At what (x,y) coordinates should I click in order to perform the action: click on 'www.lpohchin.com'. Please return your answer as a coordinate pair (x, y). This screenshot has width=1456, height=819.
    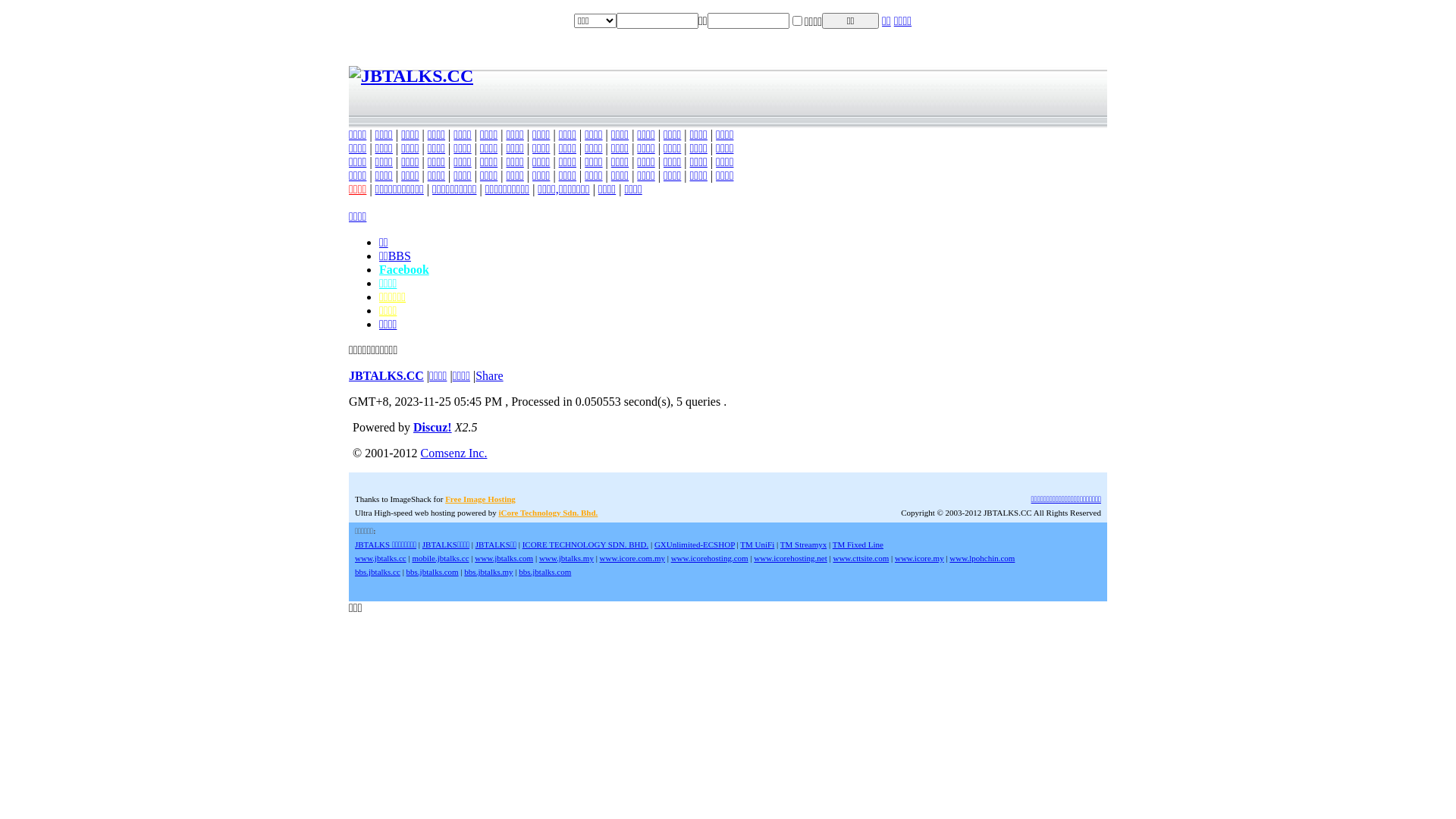
    Looking at the image, I should click on (982, 558).